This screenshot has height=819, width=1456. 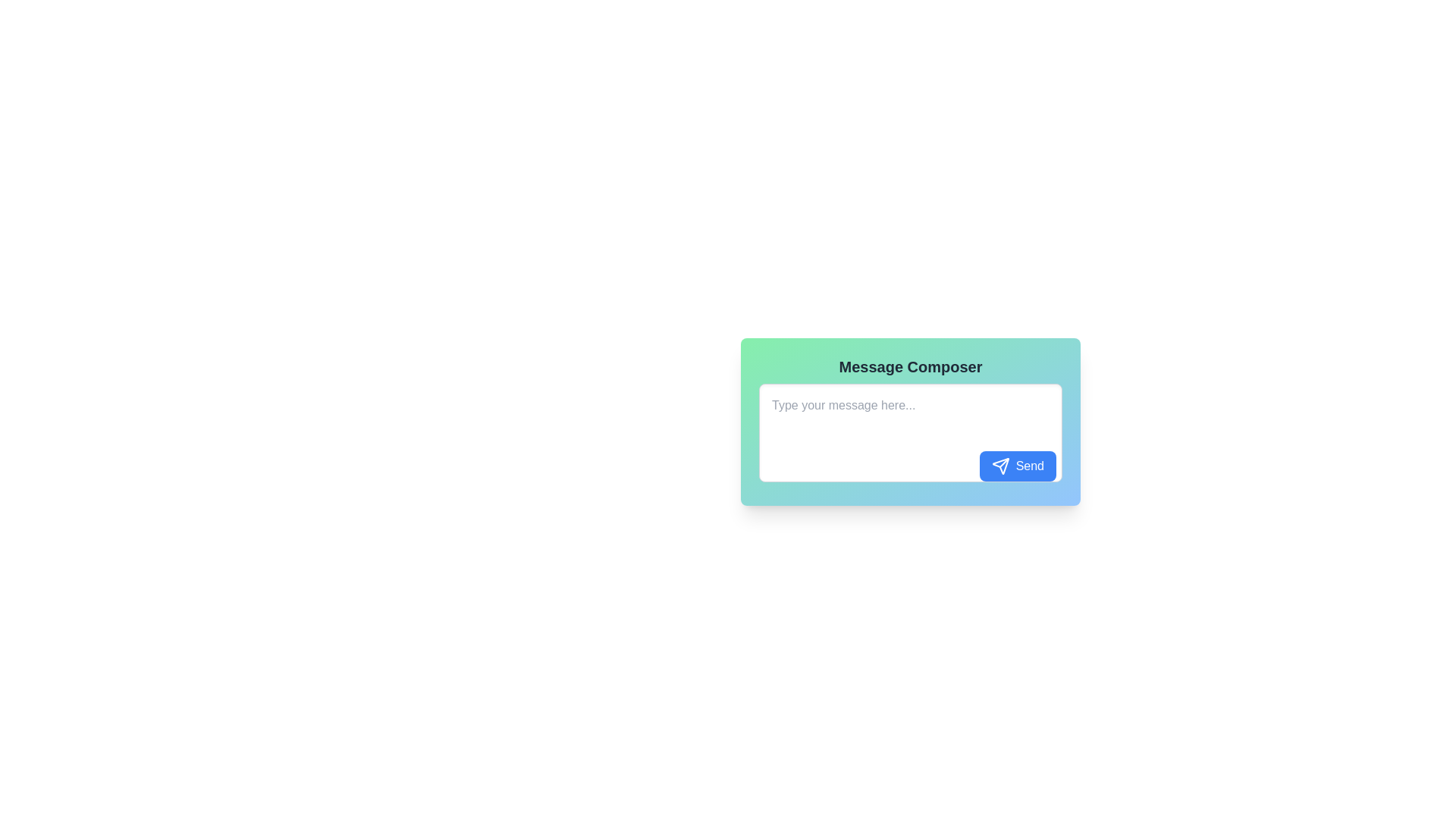 What do you see at coordinates (1000, 465) in the screenshot?
I see `the 'Send' icon located on the right side of the 'Send' button at the bottom-right of the message composer pane` at bounding box center [1000, 465].